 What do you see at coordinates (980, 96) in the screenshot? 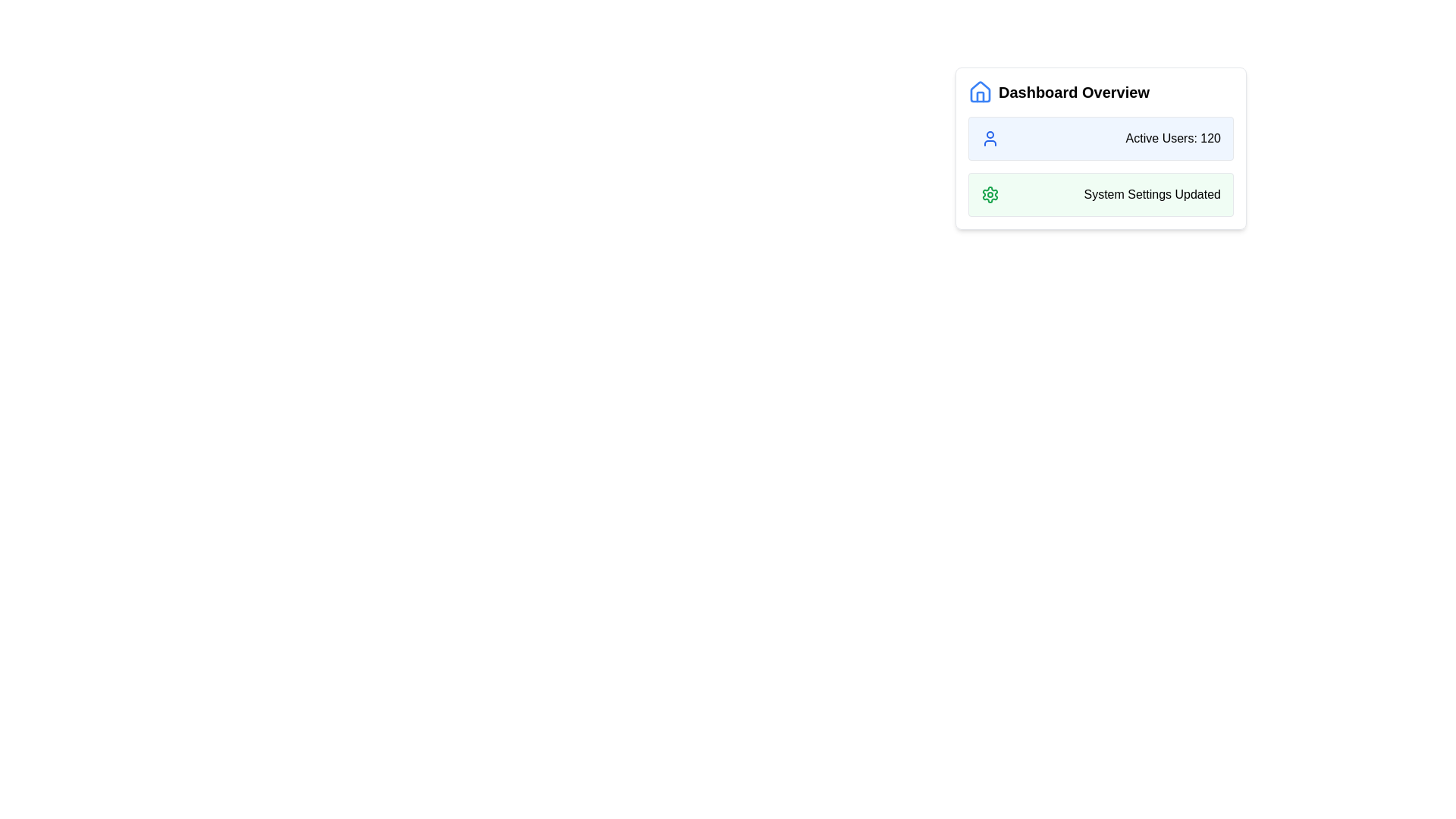
I see `the door element of the house icon located in the top-left section of the 'Dashboard Overview' card` at bounding box center [980, 96].